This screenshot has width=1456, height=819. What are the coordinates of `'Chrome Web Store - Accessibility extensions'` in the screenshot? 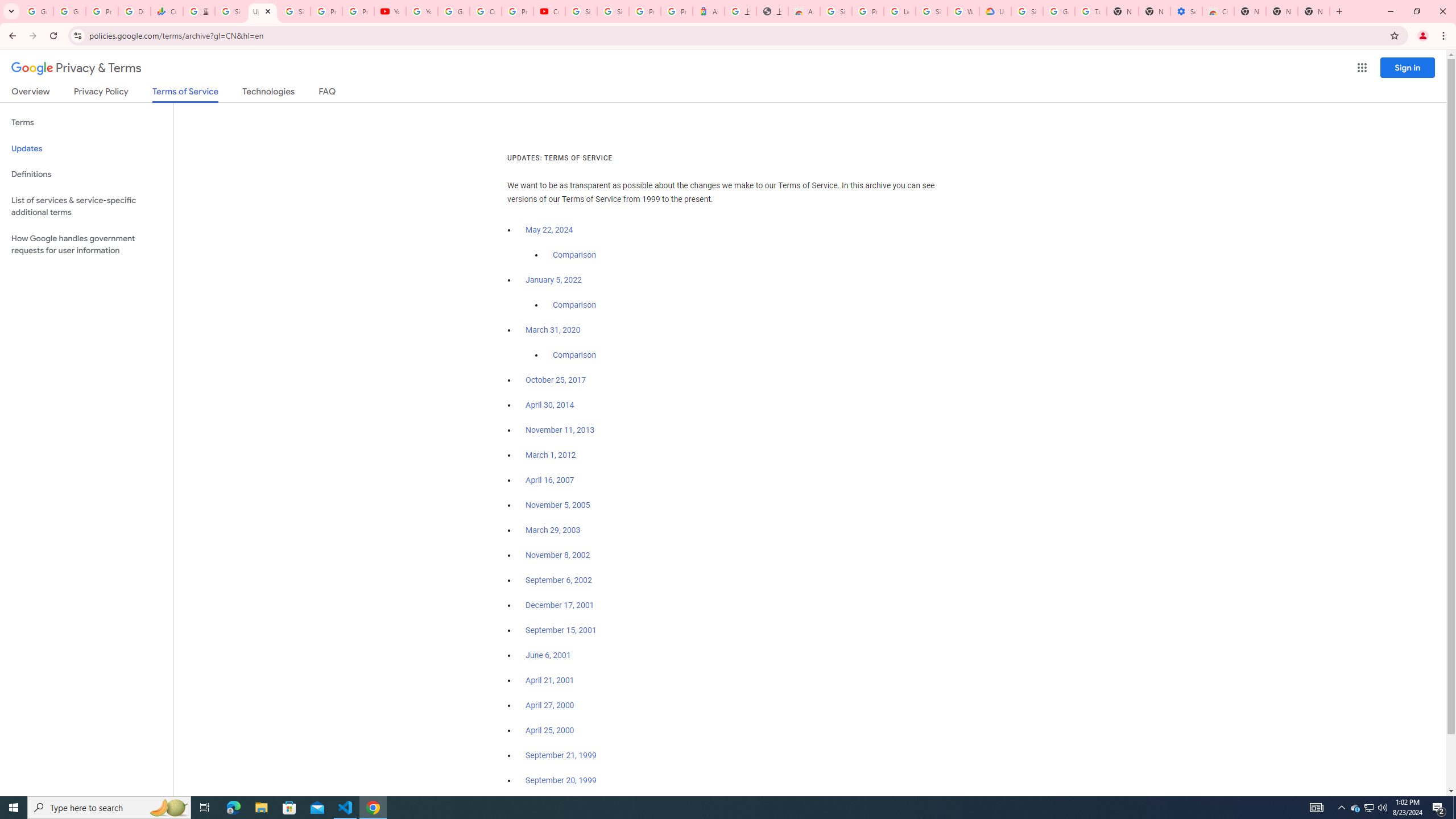 It's located at (1217, 11).